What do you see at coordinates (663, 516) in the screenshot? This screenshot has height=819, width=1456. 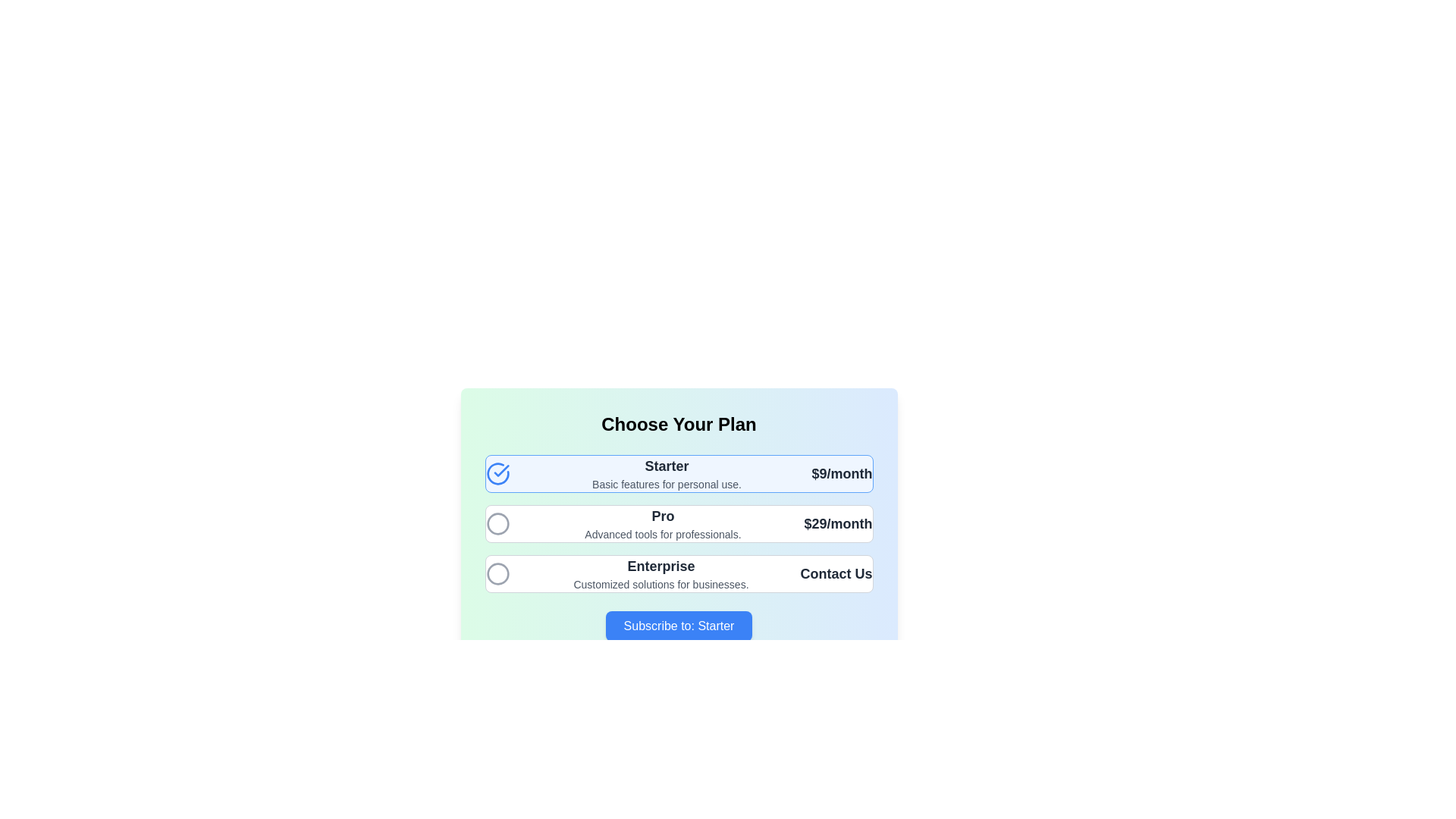 I see `the static text label that reads 'Pro', styled in bold and slightly larger font, positioned centrally among subscription plans in the selection interface` at bounding box center [663, 516].